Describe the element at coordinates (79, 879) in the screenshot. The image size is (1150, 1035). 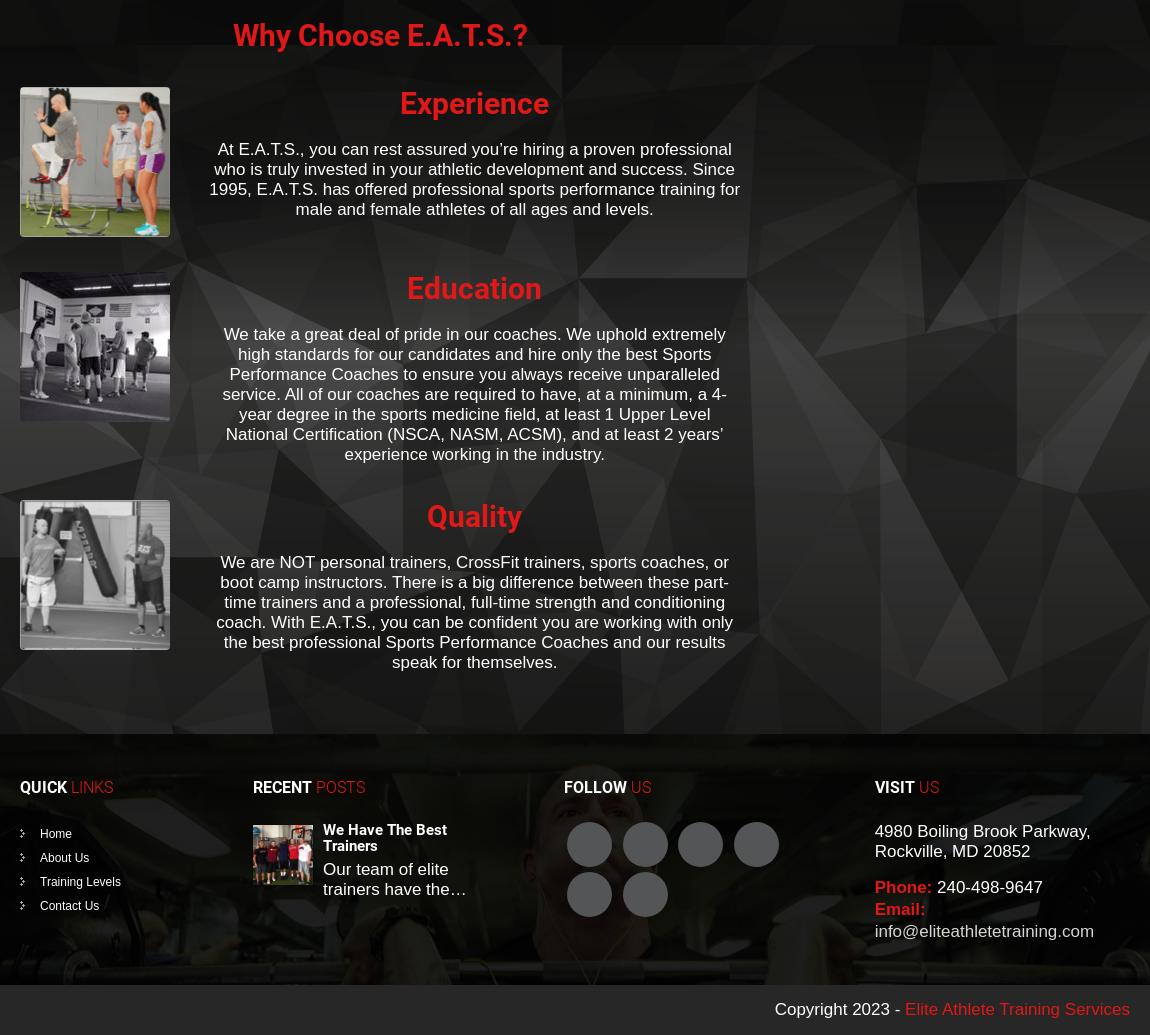
I see `'Training Levels'` at that location.